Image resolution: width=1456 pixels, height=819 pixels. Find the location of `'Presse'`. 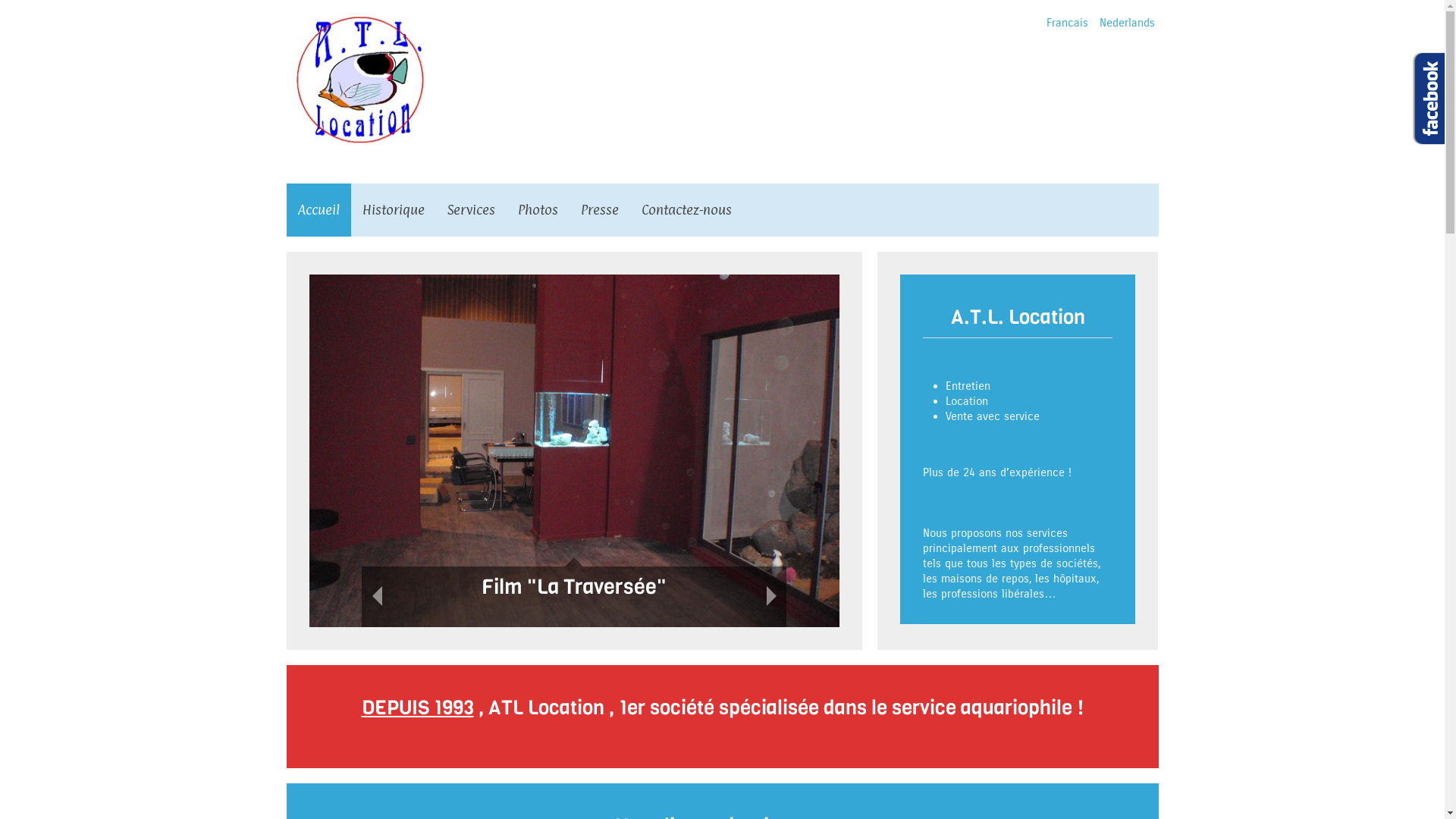

'Presse' is located at coordinates (598, 210).